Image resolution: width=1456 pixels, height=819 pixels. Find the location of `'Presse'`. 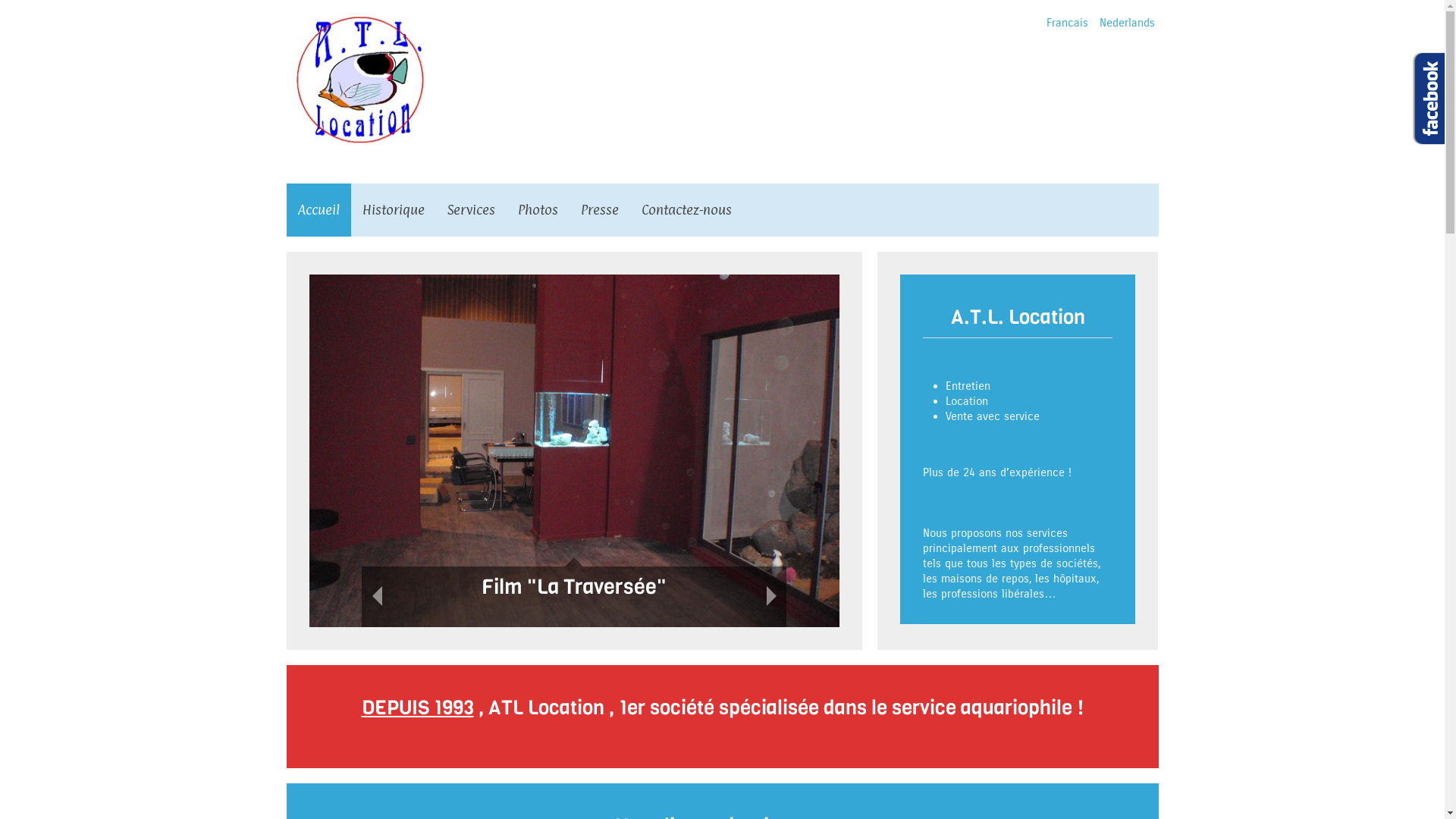

'Presse' is located at coordinates (598, 210).